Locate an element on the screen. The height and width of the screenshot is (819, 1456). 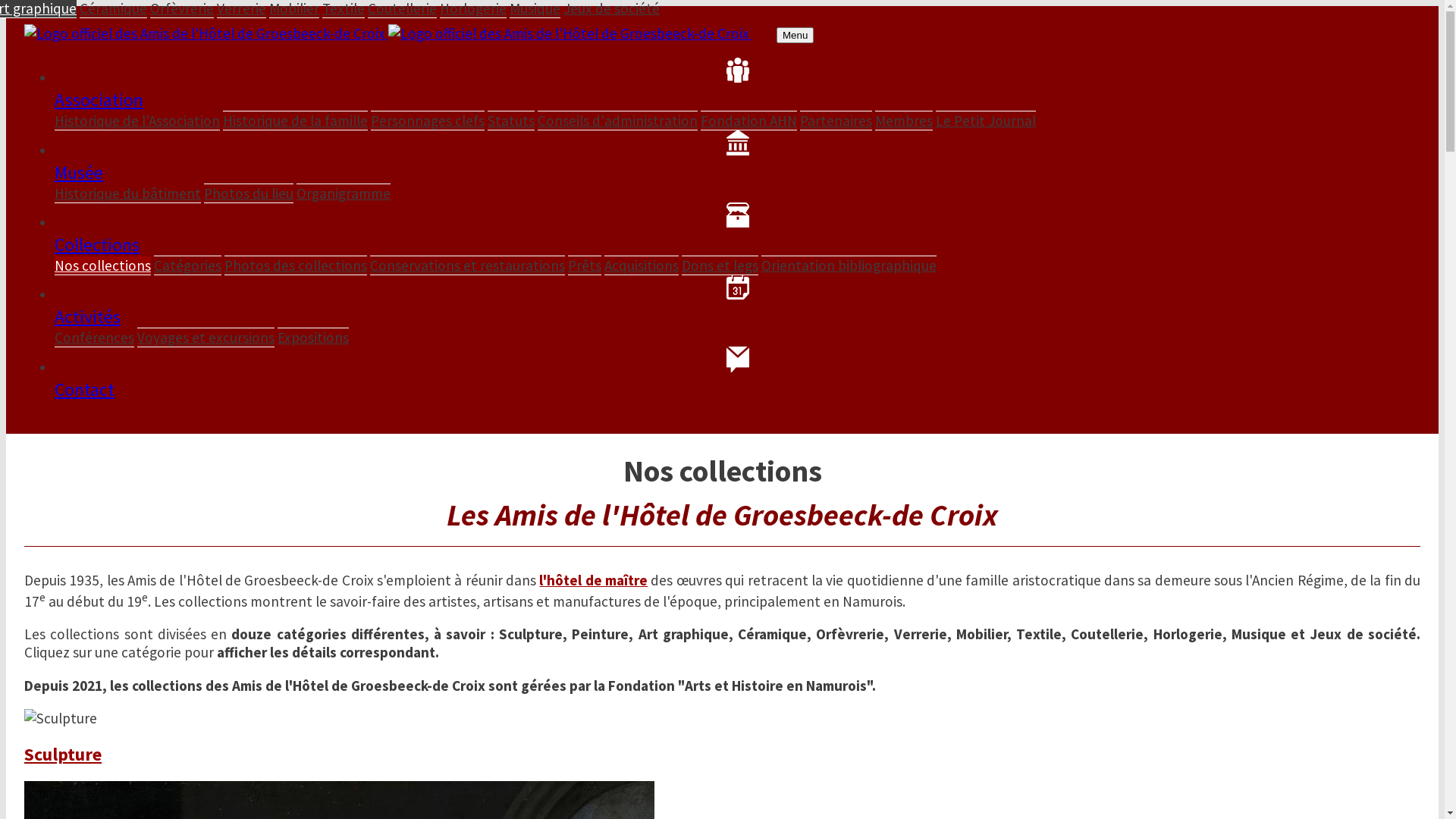
'Acquisitions' is located at coordinates (603, 265).